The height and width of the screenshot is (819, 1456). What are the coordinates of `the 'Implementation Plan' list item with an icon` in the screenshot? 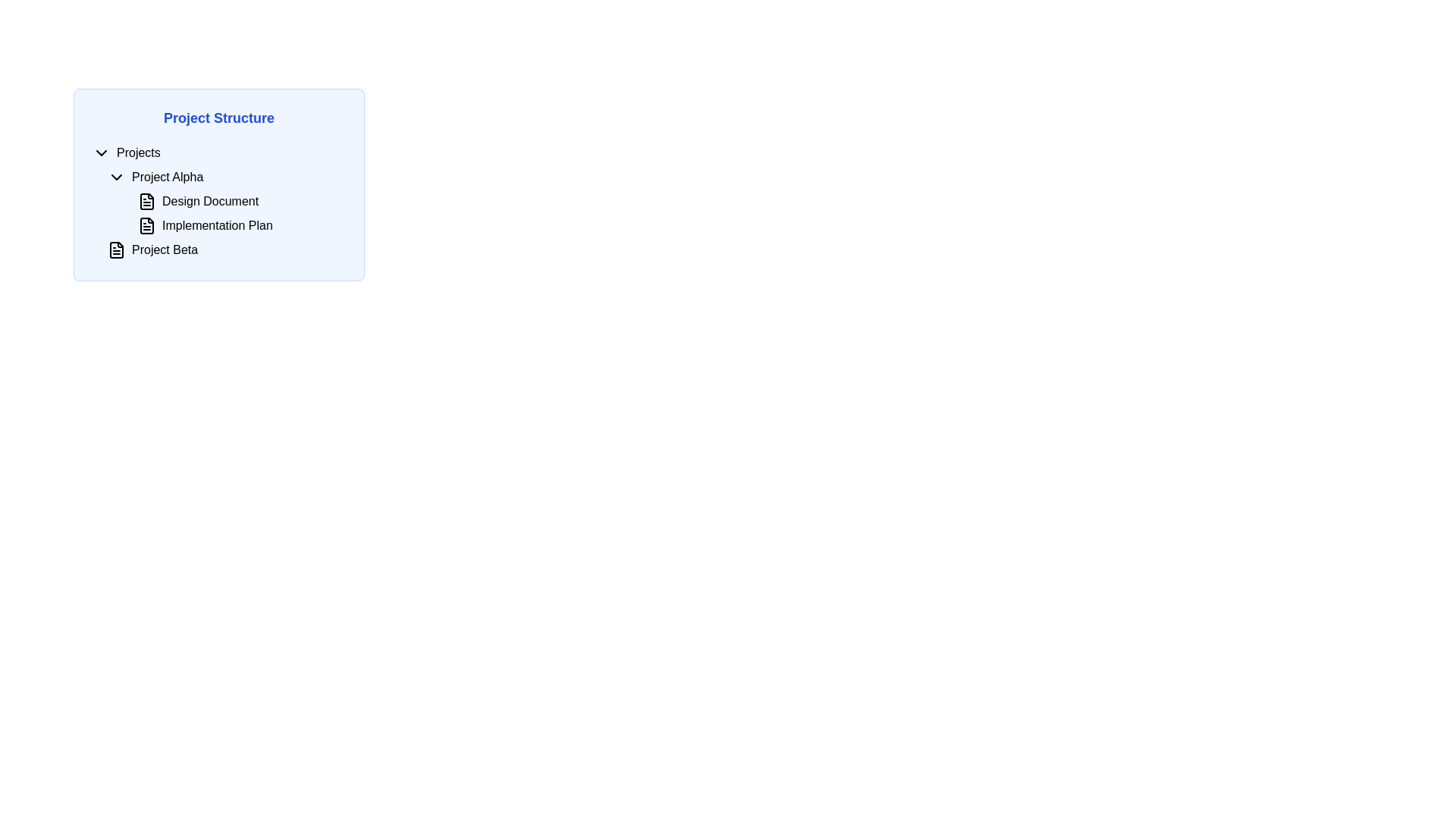 It's located at (240, 225).